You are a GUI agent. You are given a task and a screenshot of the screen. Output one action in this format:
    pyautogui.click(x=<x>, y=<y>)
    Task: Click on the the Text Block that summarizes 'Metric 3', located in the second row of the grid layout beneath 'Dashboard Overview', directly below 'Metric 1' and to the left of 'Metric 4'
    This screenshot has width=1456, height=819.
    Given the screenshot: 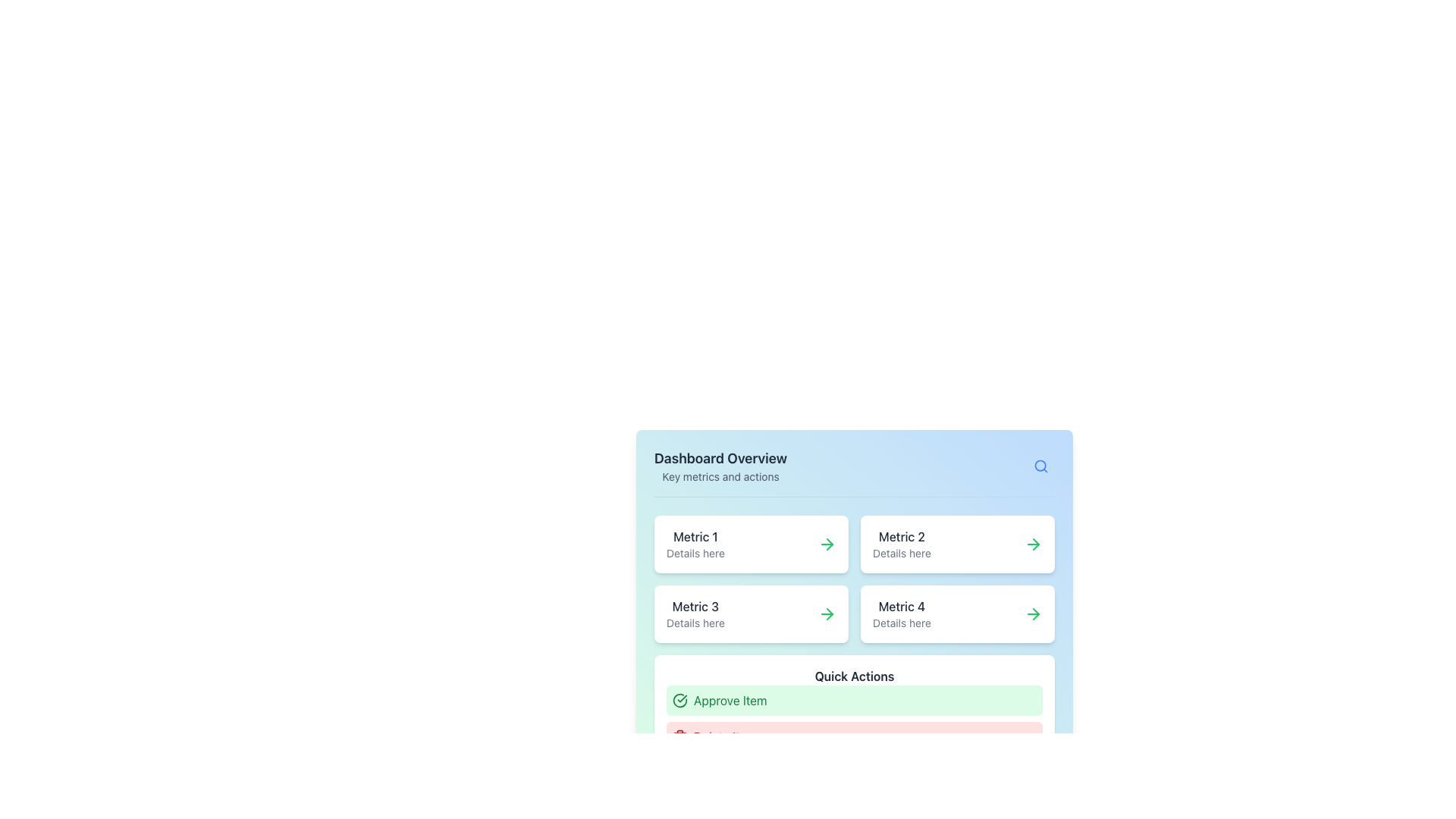 What is the action you would take?
    pyautogui.click(x=695, y=614)
    